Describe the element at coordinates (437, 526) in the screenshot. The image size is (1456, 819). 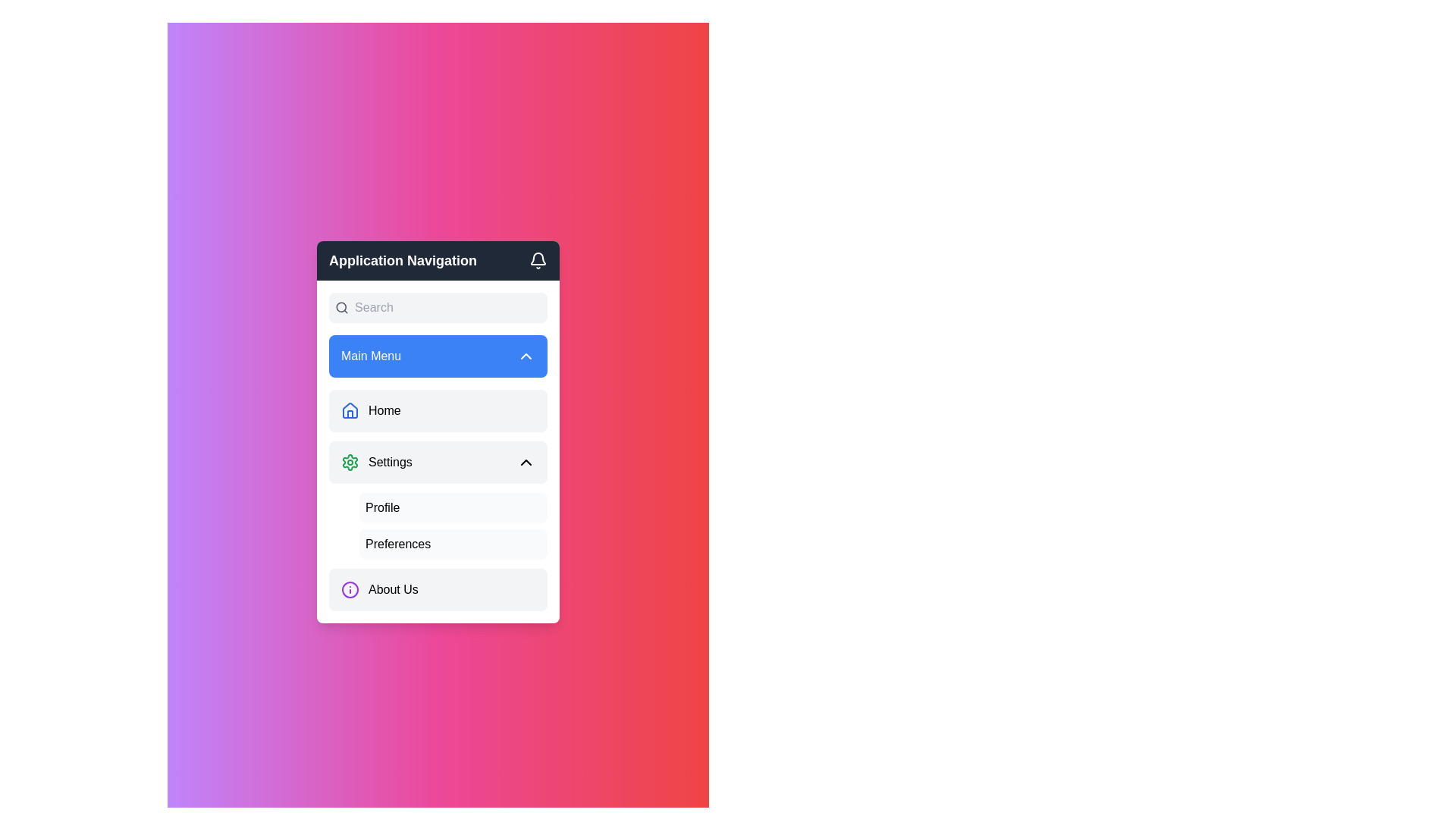
I see `the 'Profile' option within the vertical menu group located in the Settings menu` at that location.